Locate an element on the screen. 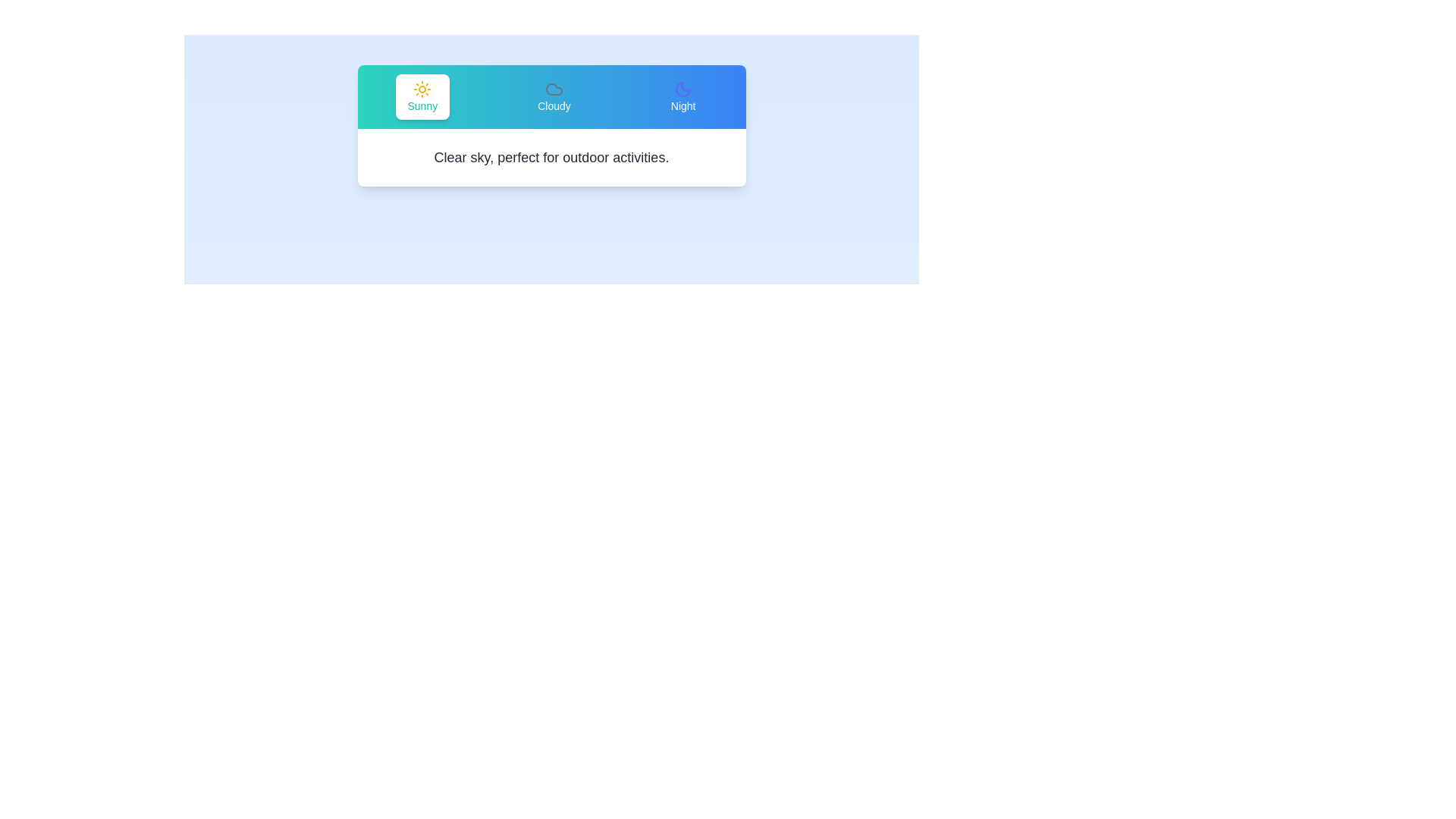 Image resolution: width=1456 pixels, height=819 pixels. the tab header area by clicking on its center is located at coordinates (551, 96).